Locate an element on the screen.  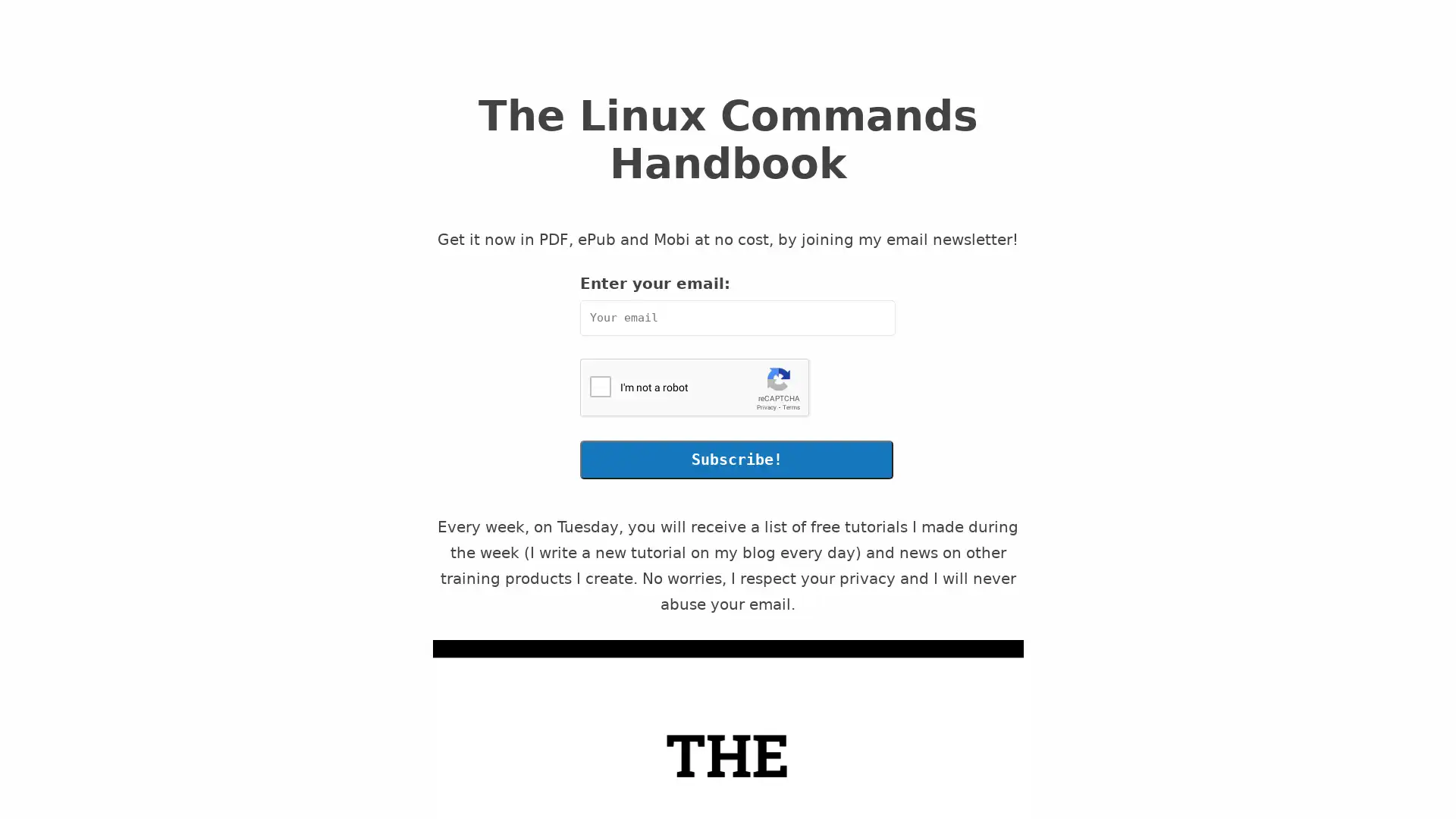
Subscribe! is located at coordinates (736, 458).